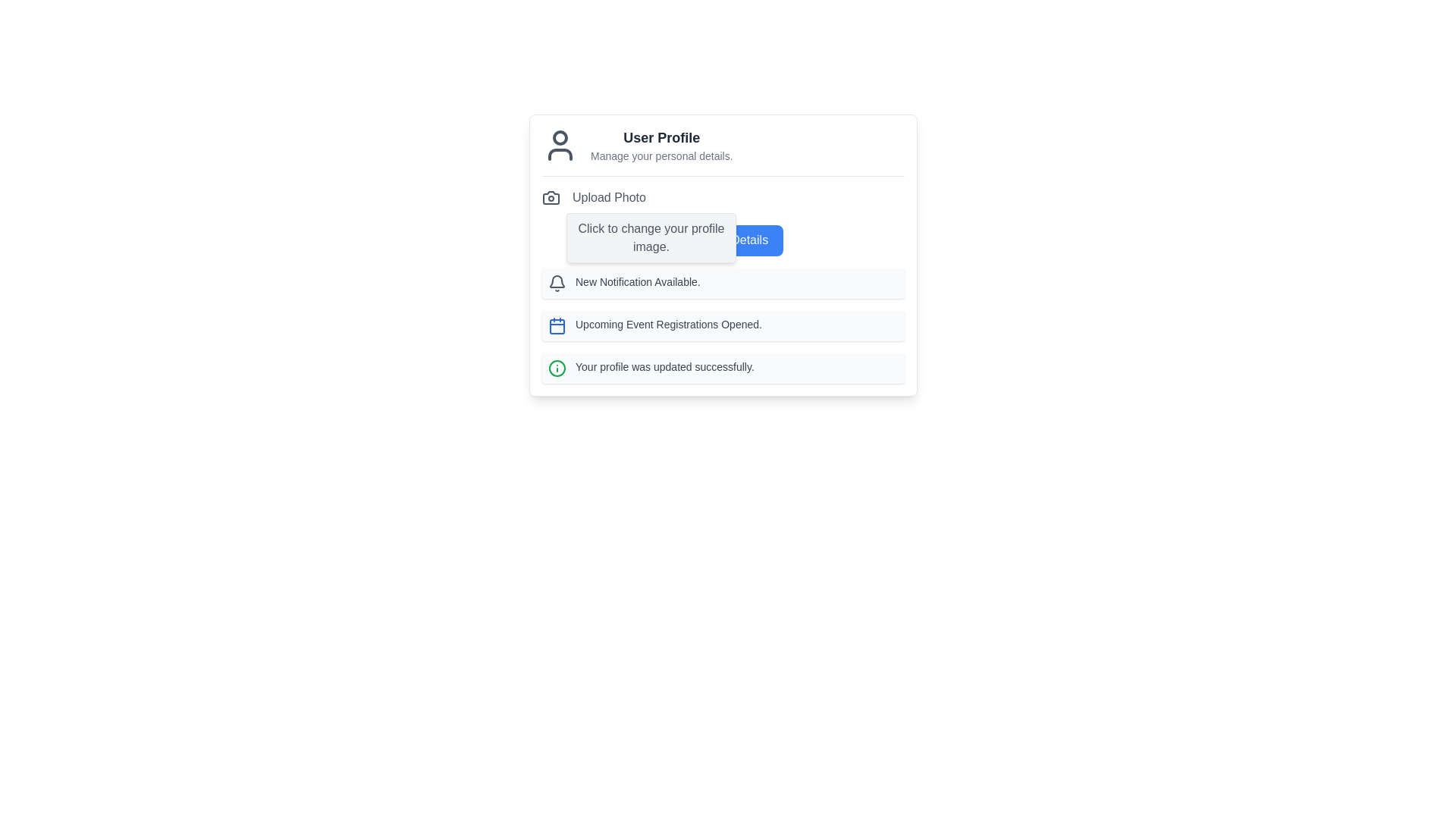 Image resolution: width=1456 pixels, height=819 pixels. What do you see at coordinates (723, 324) in the screenshot?
I see `the Notification Section located at the bottom of the User Profile card, which contains updates or notifications organized vertically into three subsections` at bounding box center [723, 324].